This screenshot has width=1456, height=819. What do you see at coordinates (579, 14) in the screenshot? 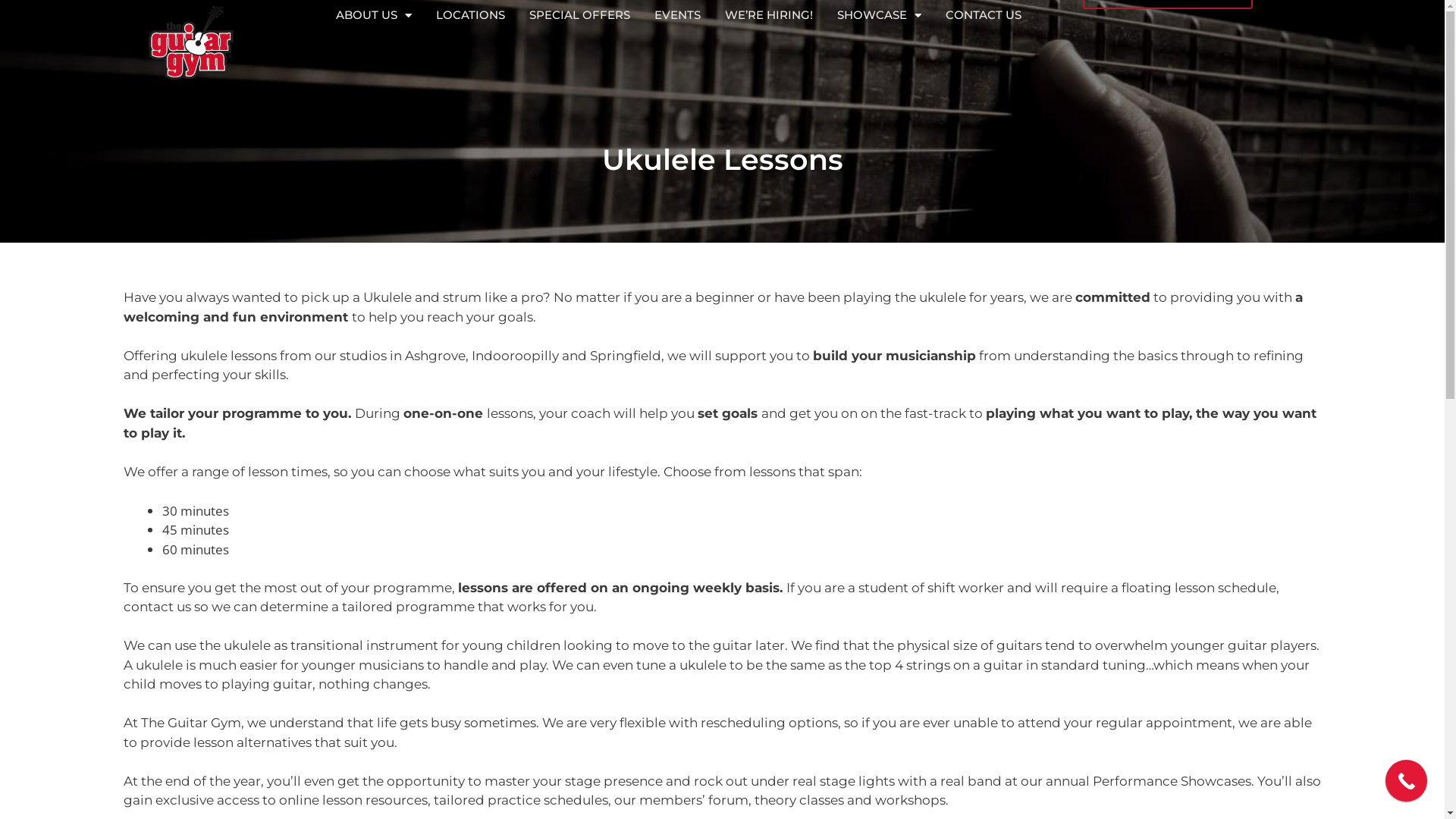
I see `'SPECIAL OFFERS'` at bounding box center [579, 14].